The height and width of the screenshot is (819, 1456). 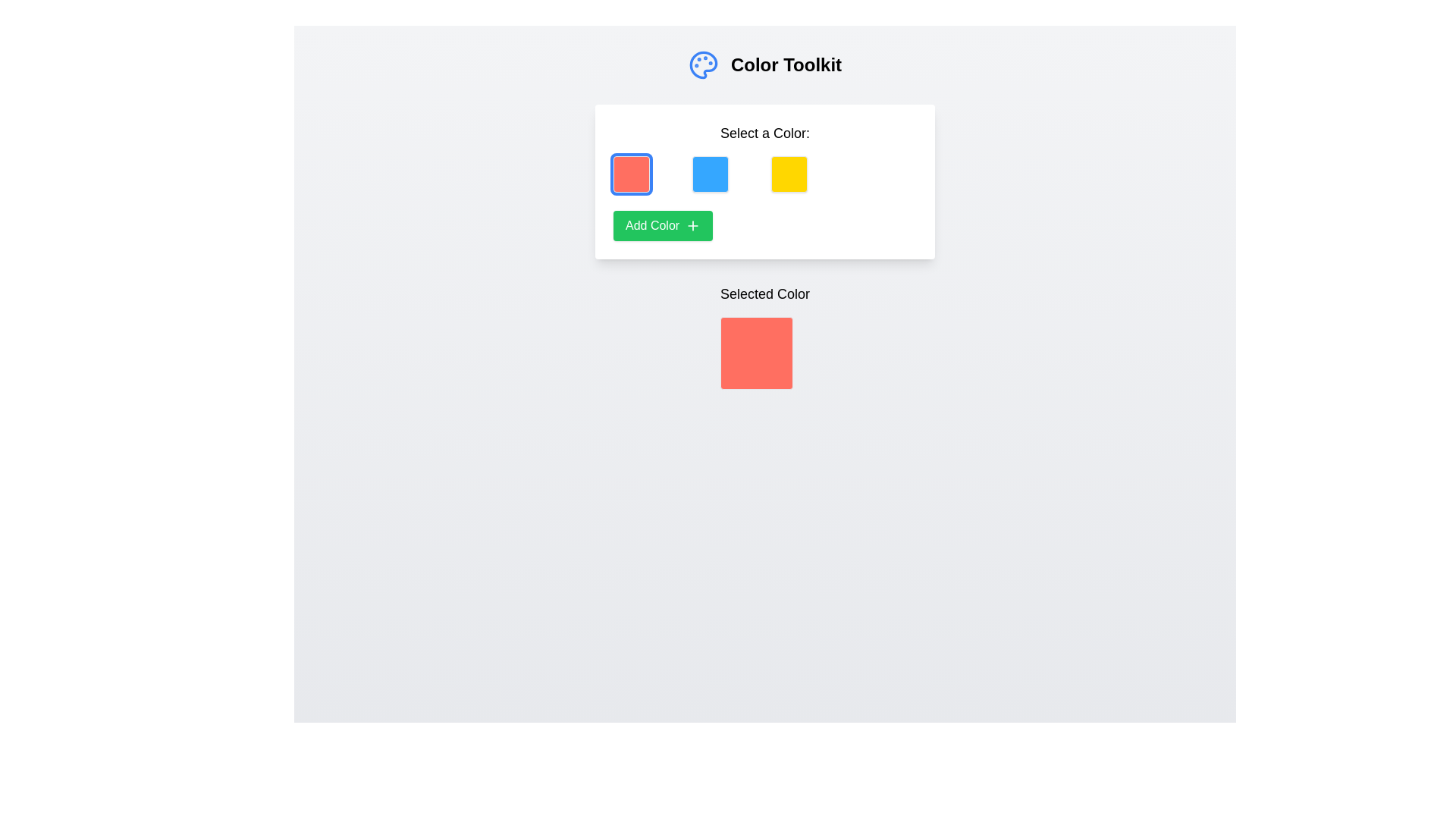 I want to click on the color palette icon representing the 'Color Toolkit' functionality, located to the left of the 'Color Toolkit' text, so click(x=702, y=64).